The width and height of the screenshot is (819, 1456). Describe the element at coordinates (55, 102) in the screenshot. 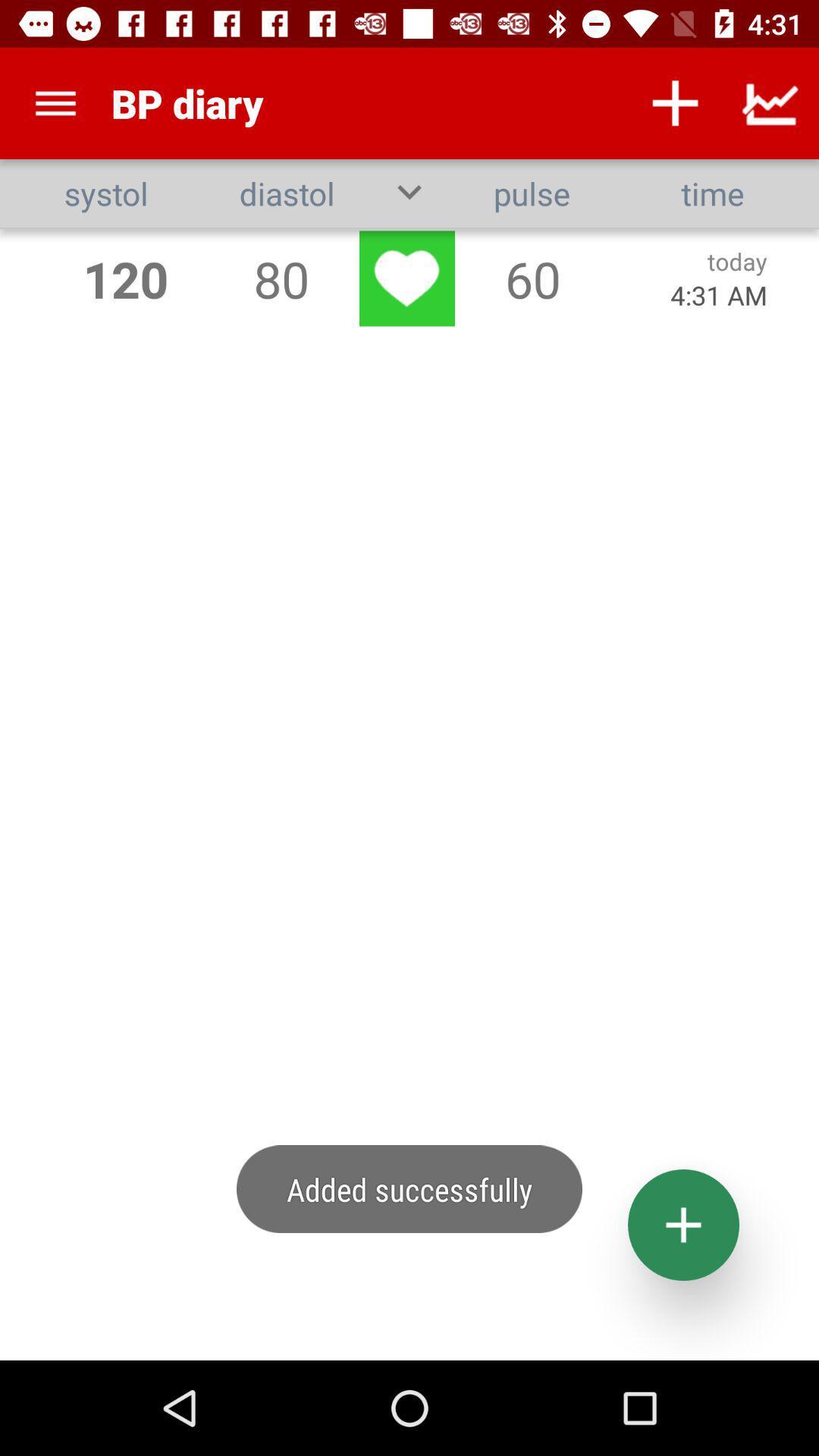

I see `item to the left of bp diary app` at that location.